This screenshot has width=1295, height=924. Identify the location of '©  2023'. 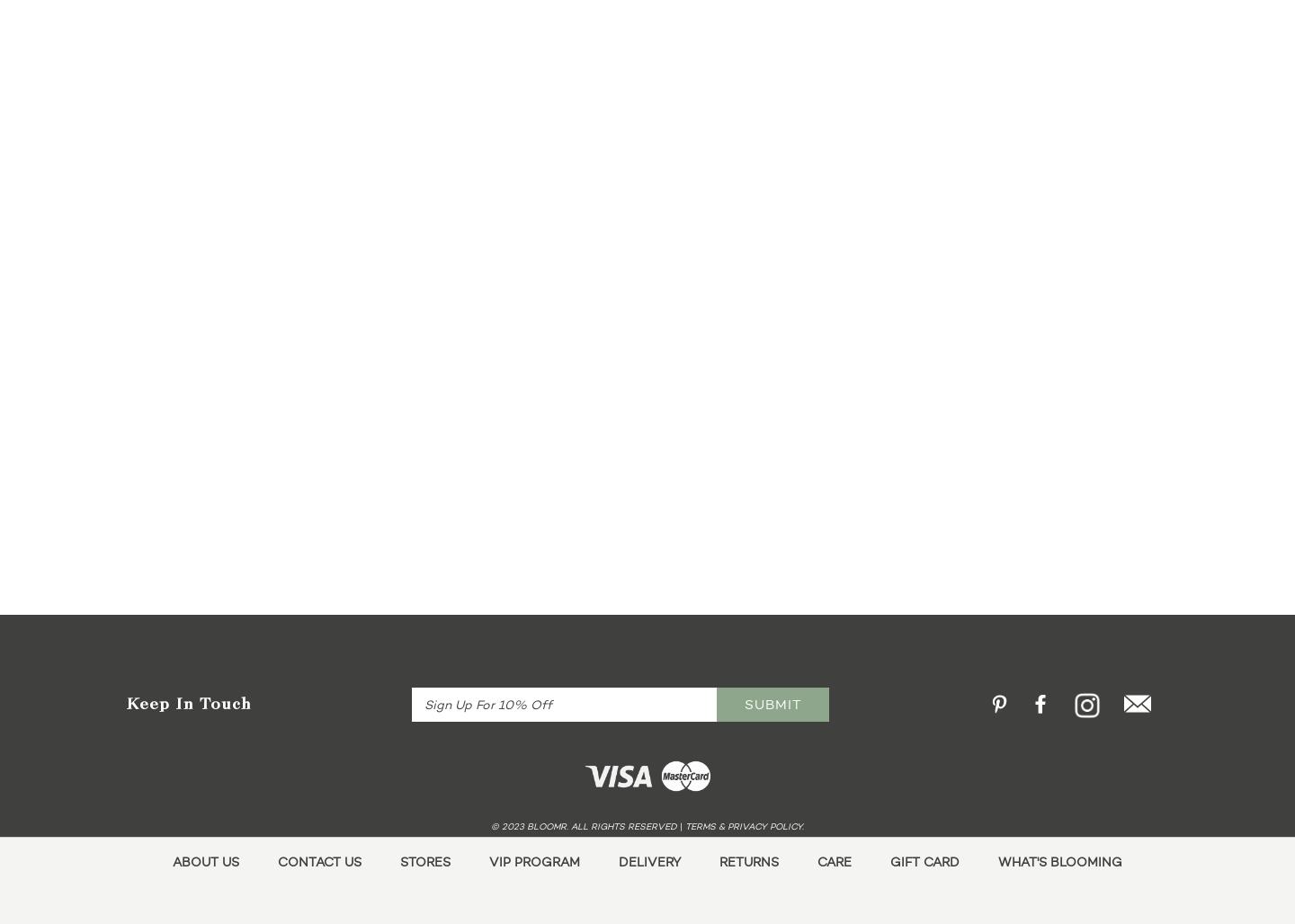
(509, 825).